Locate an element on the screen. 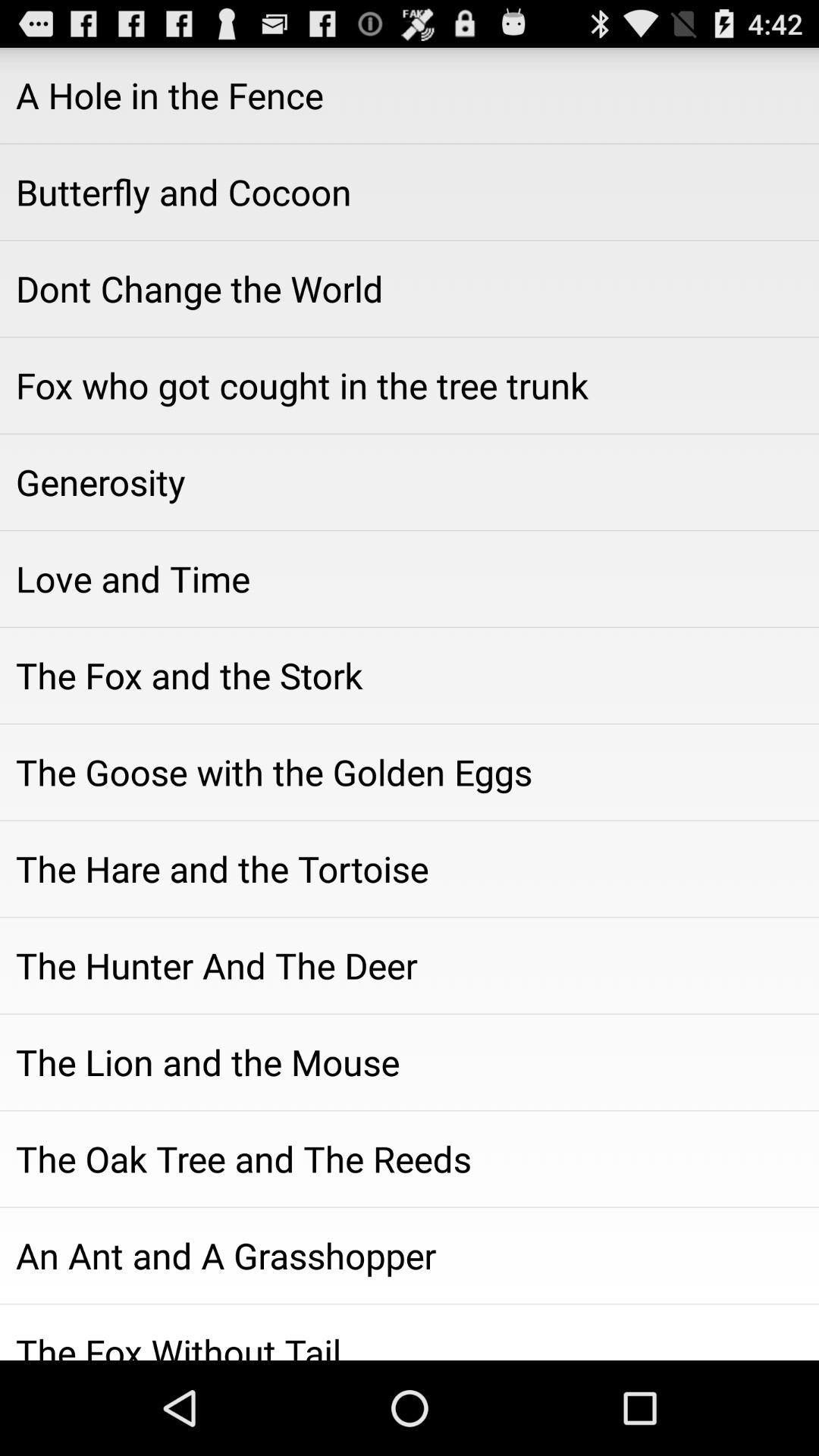  the item above the fox without item is located at coordinates (409, 1256).